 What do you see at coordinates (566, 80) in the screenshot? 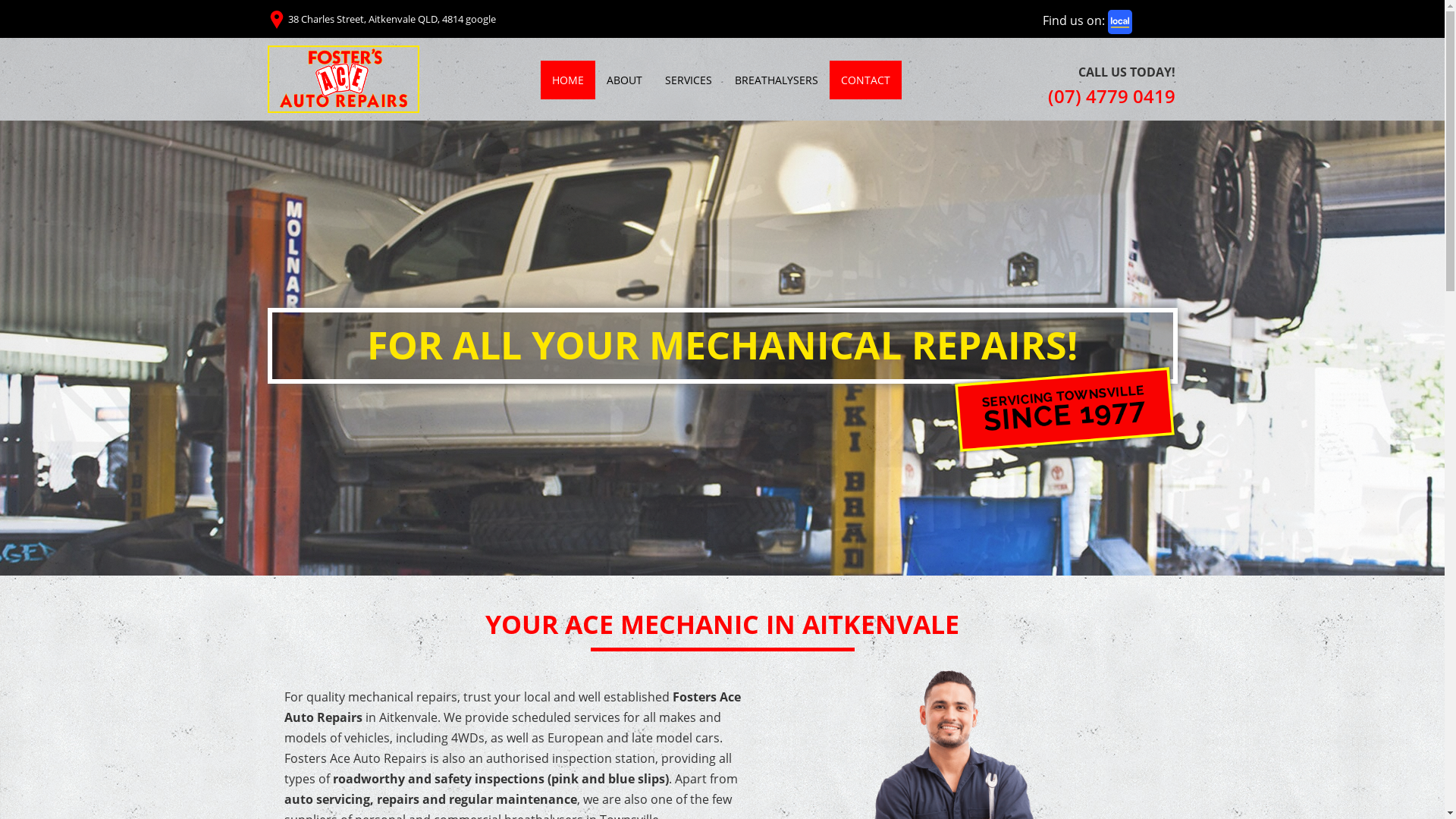
I see `'HOME'` at bounding box center [566, 80].